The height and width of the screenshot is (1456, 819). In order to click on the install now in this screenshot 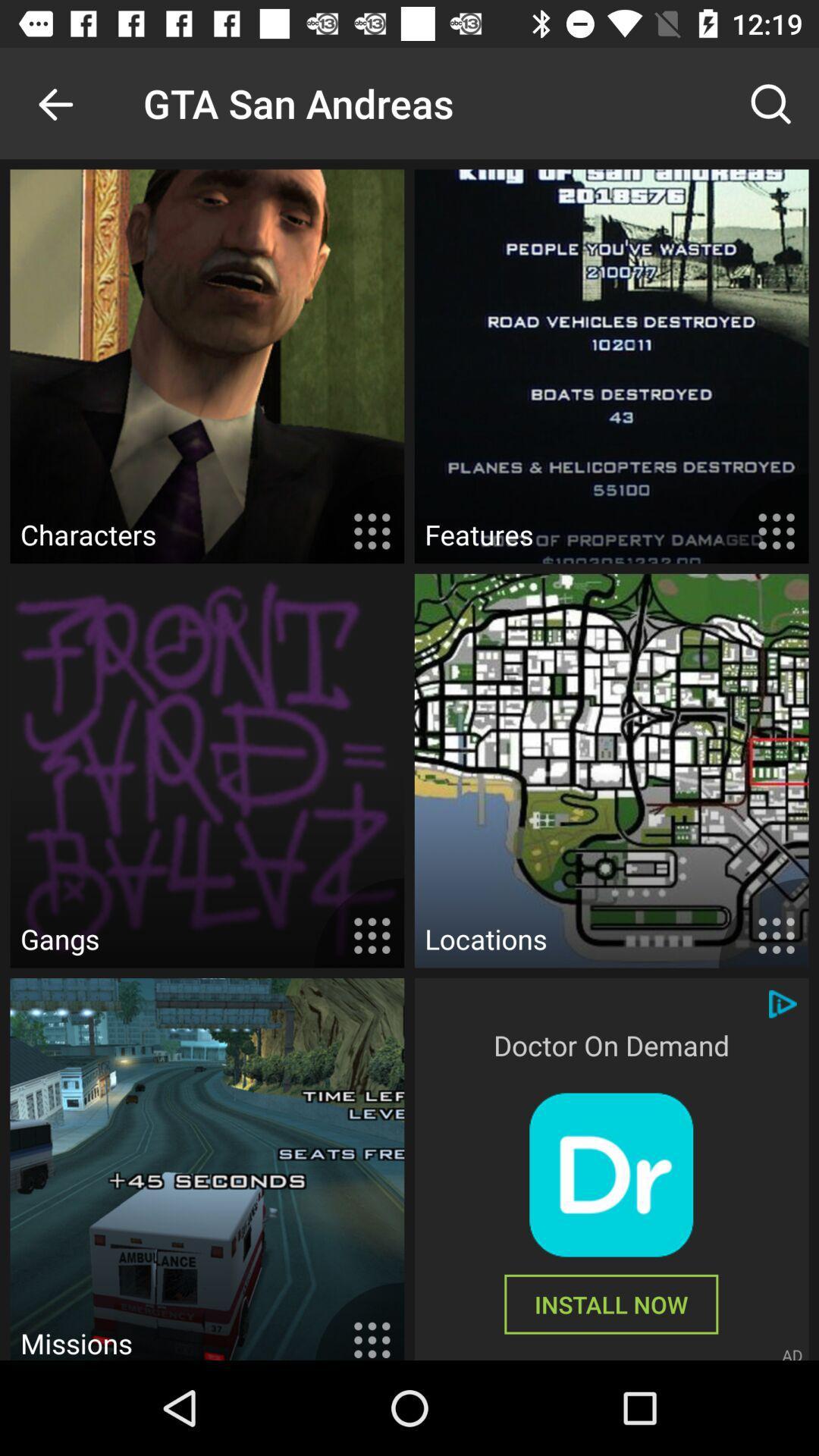, I will do `click(610, 1304)`.